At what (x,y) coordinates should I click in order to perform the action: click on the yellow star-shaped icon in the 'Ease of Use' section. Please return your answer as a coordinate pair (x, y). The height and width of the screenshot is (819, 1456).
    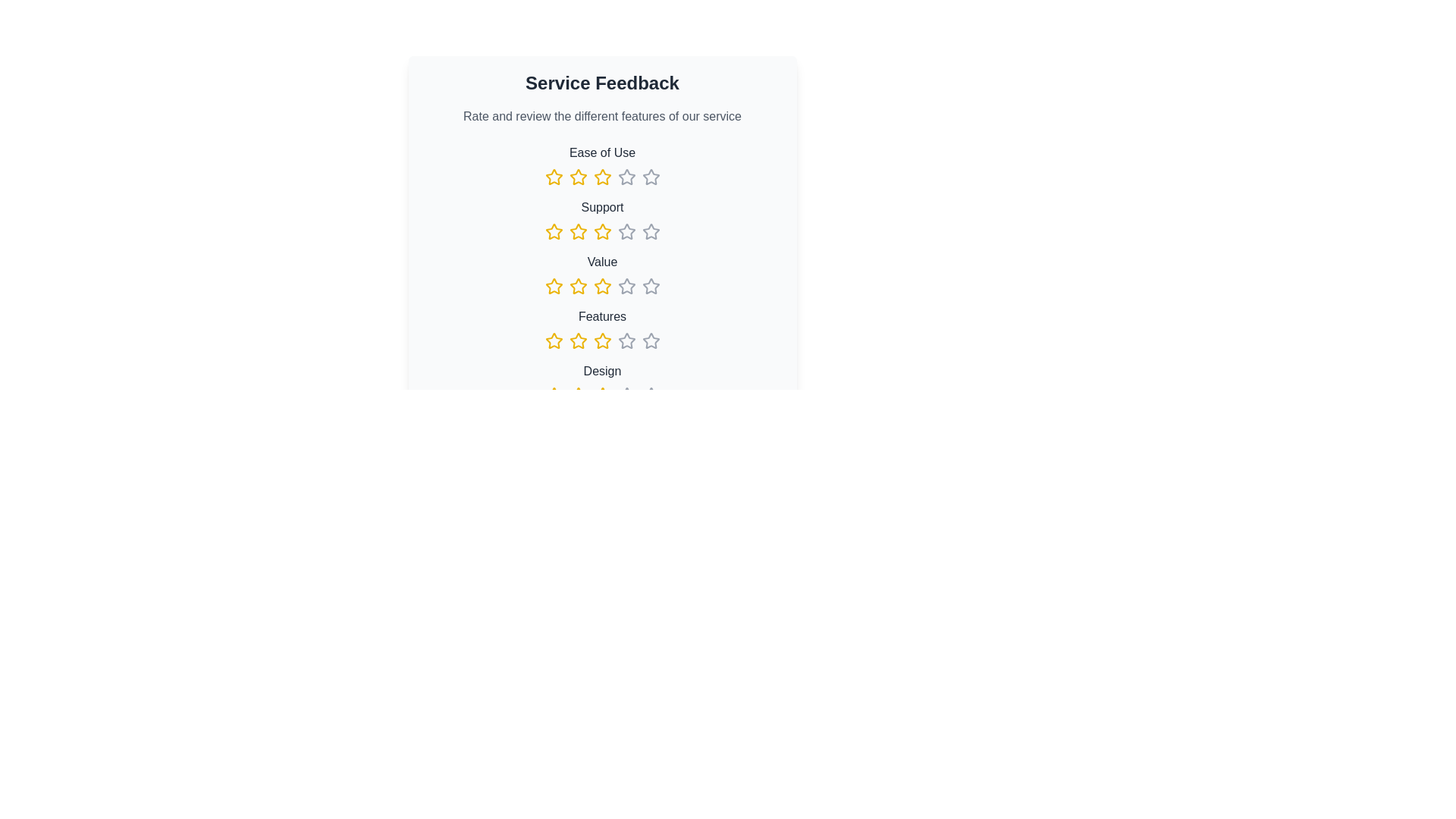
    Looking at the image, I should click on (601, 176).